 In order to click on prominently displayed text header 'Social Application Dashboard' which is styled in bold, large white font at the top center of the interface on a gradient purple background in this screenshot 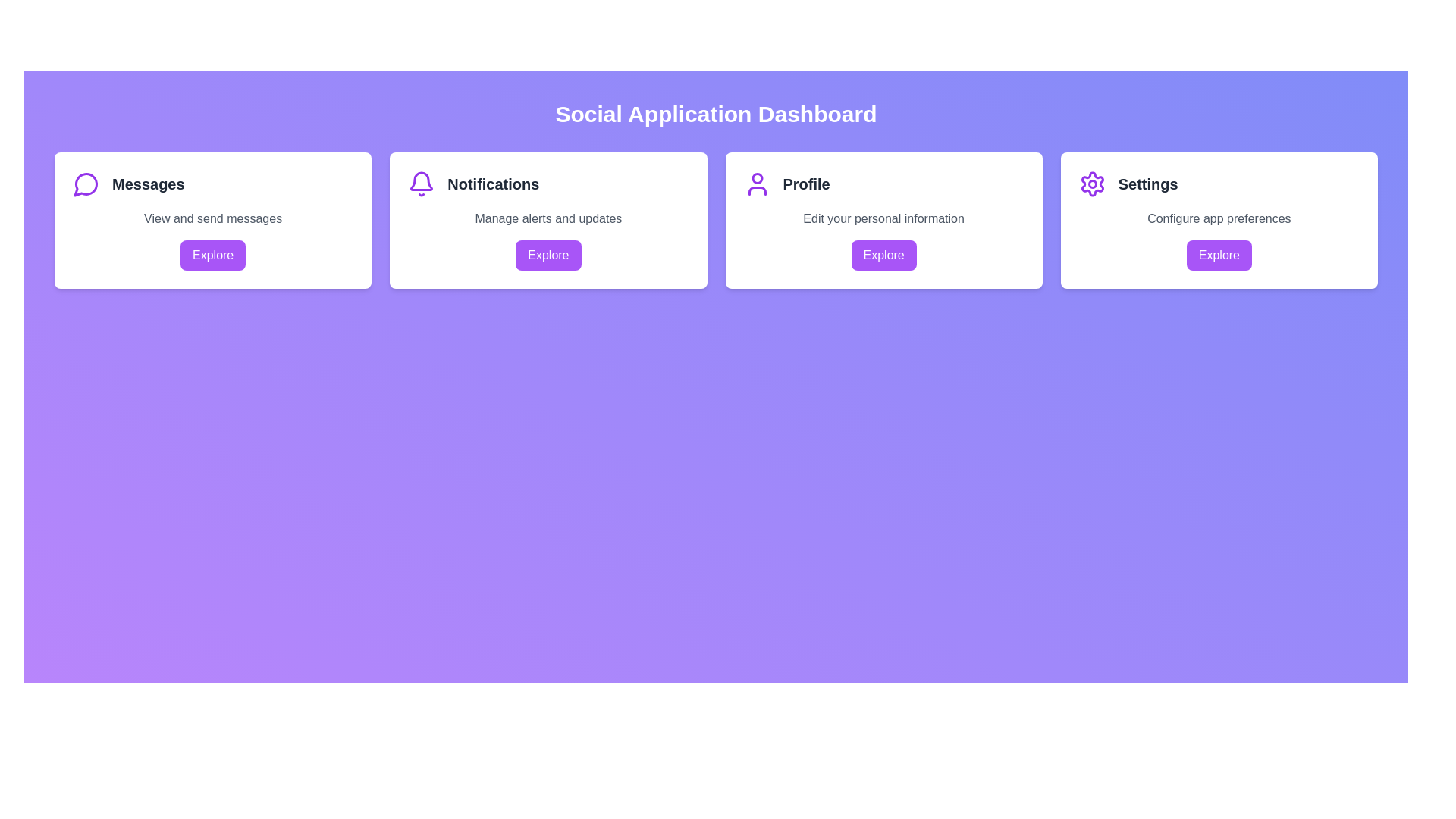, I will do `click(715, 113)`.